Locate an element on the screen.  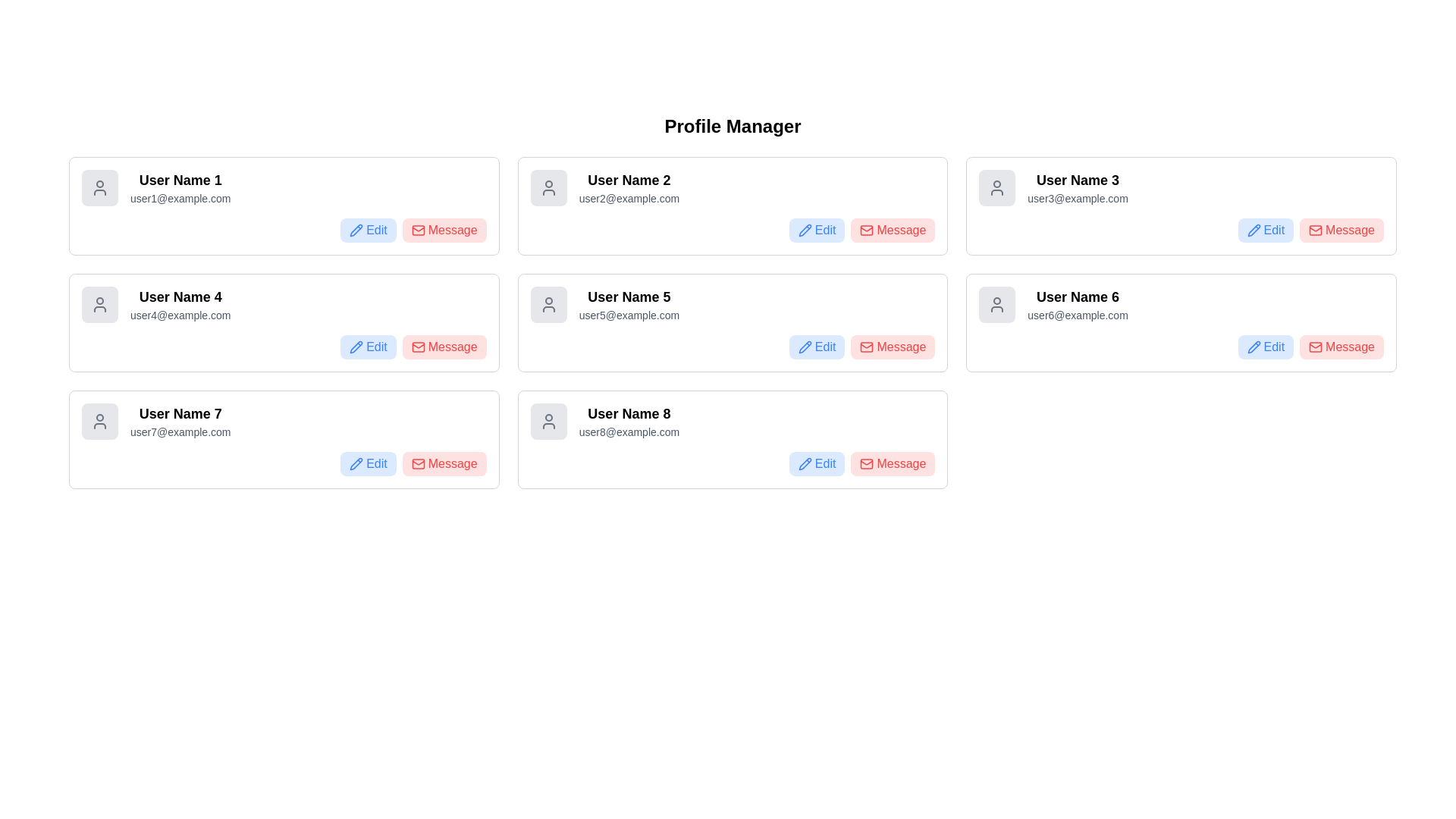
the text block displaying 'User Name 4' and 'user4@example.com', which is the second item in the first vertical column of user profiles is located at coordinates (180, 304).